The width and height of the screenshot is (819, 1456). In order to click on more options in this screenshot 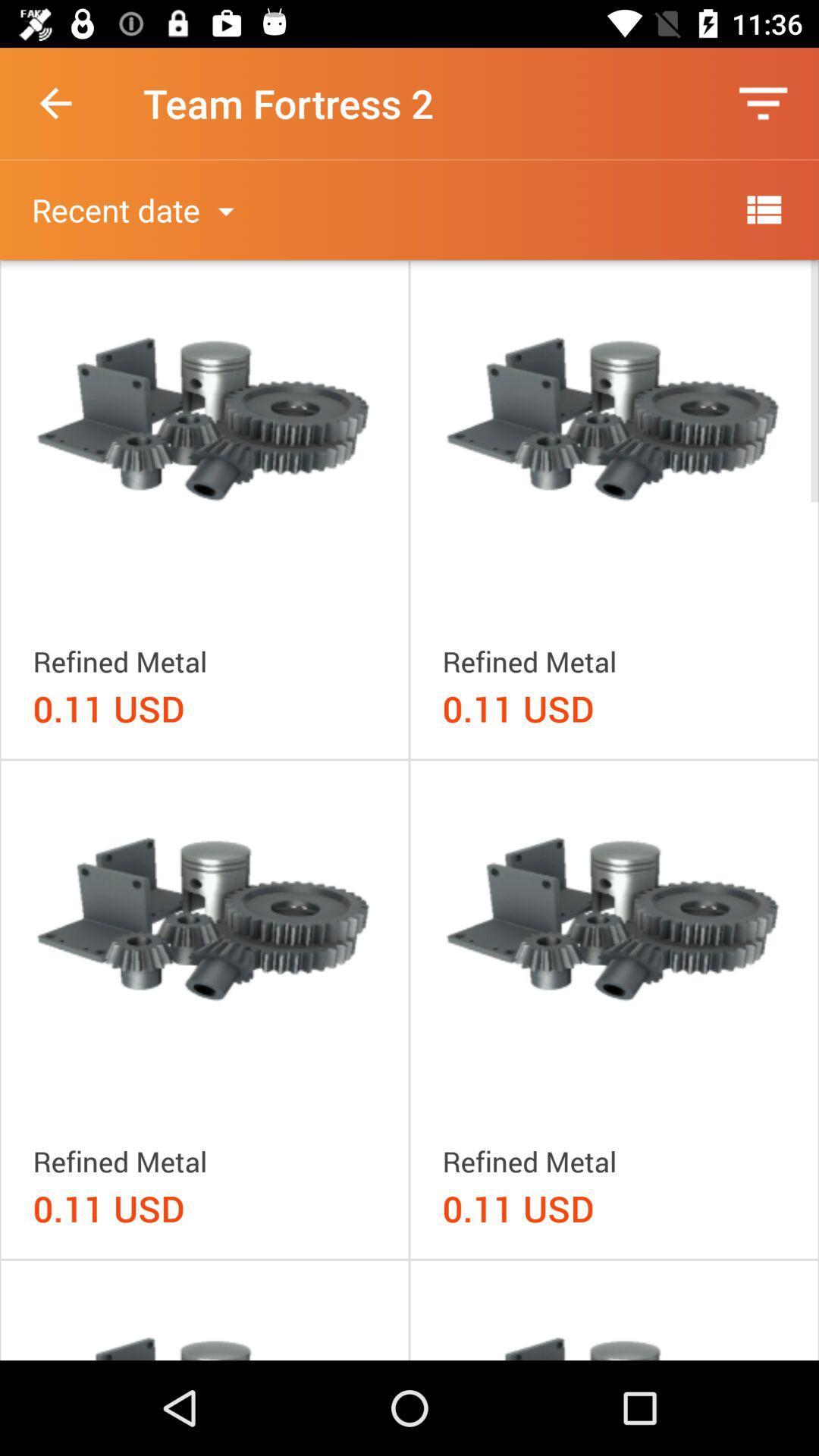, I will do `click(763, 209)`.